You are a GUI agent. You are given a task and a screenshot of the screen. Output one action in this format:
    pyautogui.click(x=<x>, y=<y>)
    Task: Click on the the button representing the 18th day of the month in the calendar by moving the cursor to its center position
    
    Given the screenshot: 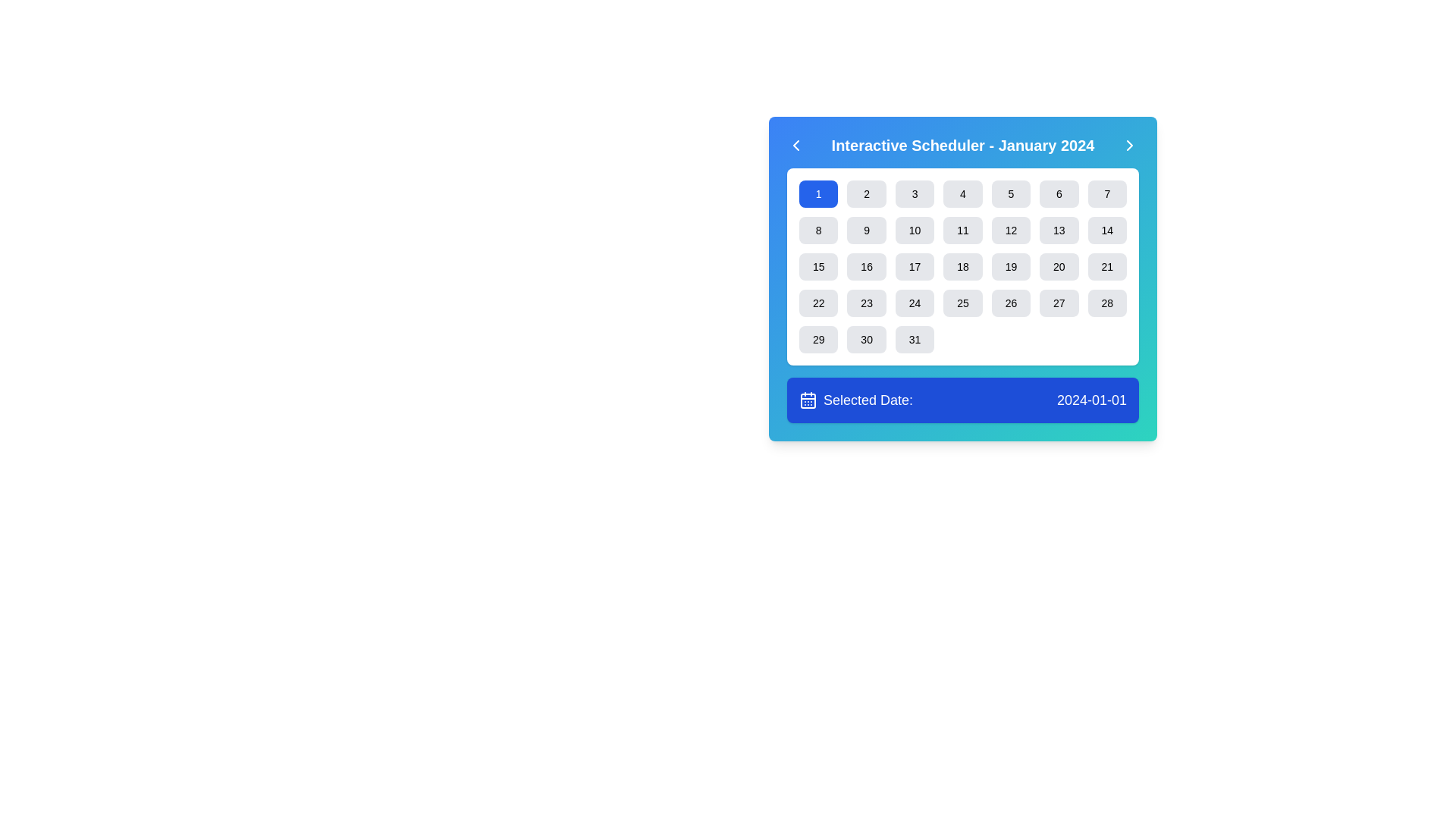 What is the action you would take?
    pyautogui.click(x=962, y=265)
    